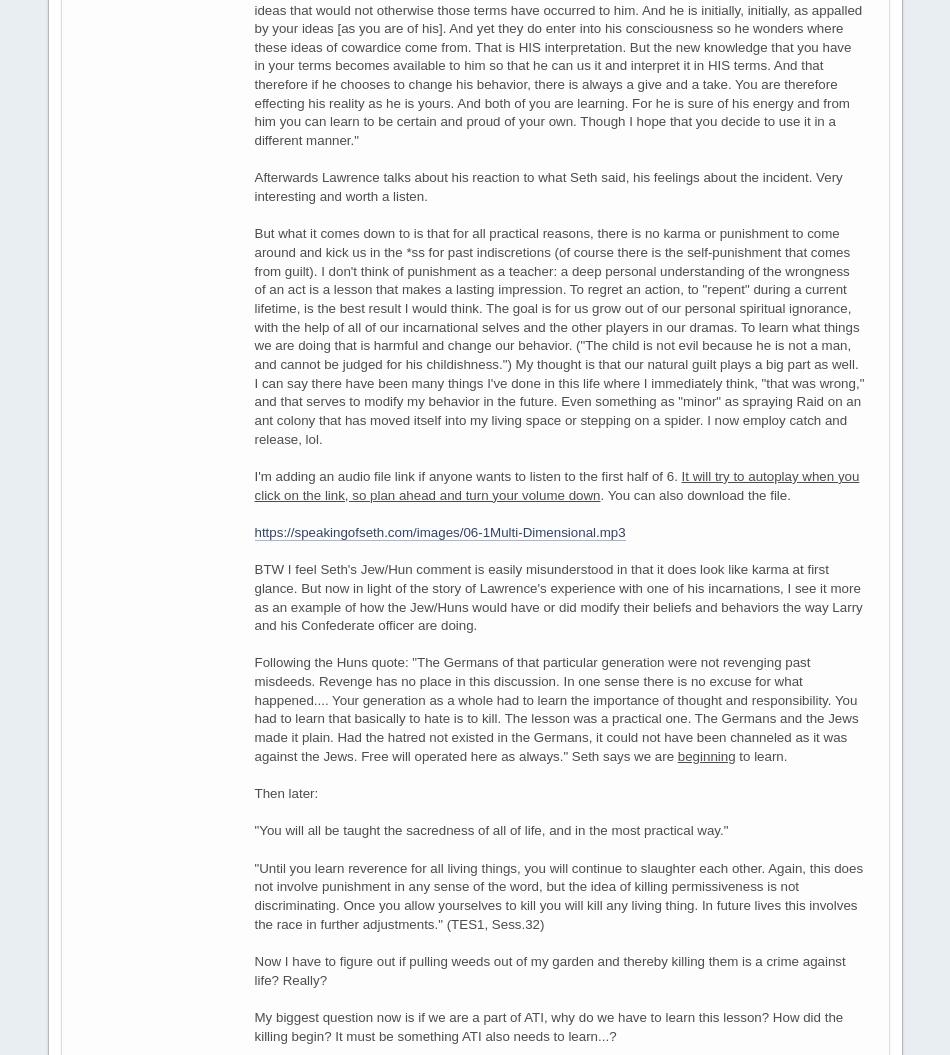 This screenshot has height=1055, width=950. What do you see at coordinates (558, 335) in the screenshot?
I see `'But what it comes down to is that for all practical reasons, there is no karma or punishment to come around and kick us in the *ss for past indiscretions (of course there is the self-punishment that comes from guilt). I don't think of punishment as a teacher: a deep personal understanding of the wrongness of an act is a lesson that makes a lasting impression. To regret an action, to "repent" during a current lifetime, is the best result I would think. The goal is for us grow out of our personal spiritual ignorance, with the help of all of our incarnational selves and the other players in our dramas. To learn what things we are doing that is harmful and change our behavior. ("The child is not evil because he is not a man, and cannot be judged for his childishness.") My thought is that our natural guilt plays a big part as well. I can say there have been many things I've done in this life where I immediately think, "that was wrong," and that serves to modify my behavior in the future. Even something as "minor" as spraying Raid on an ant colony that has moved itself into my living space or stepping on a spider. I now employ catch and release, lol.'` at bounding box center [558, 335].